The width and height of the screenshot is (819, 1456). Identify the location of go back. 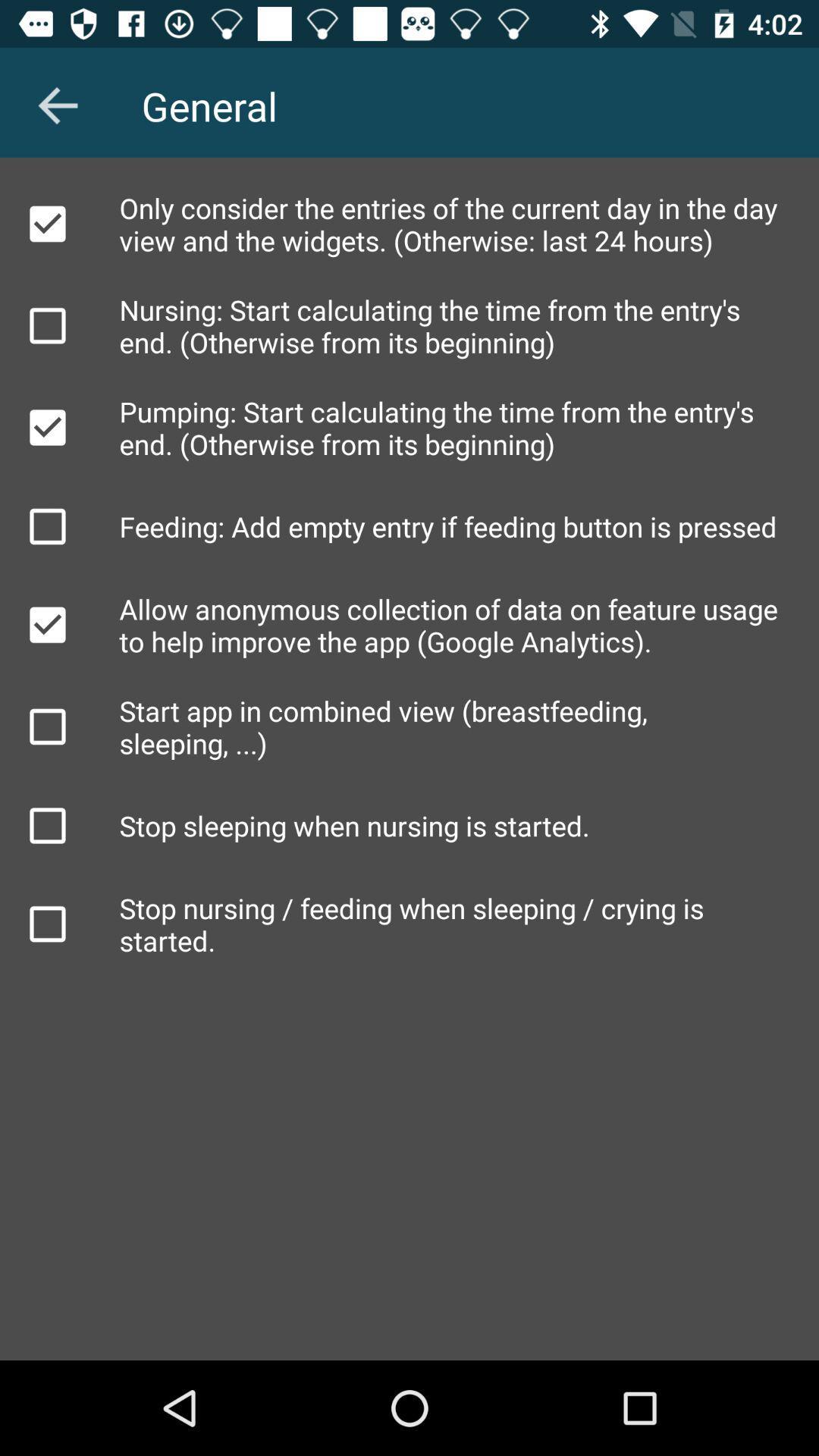
(57, 105).